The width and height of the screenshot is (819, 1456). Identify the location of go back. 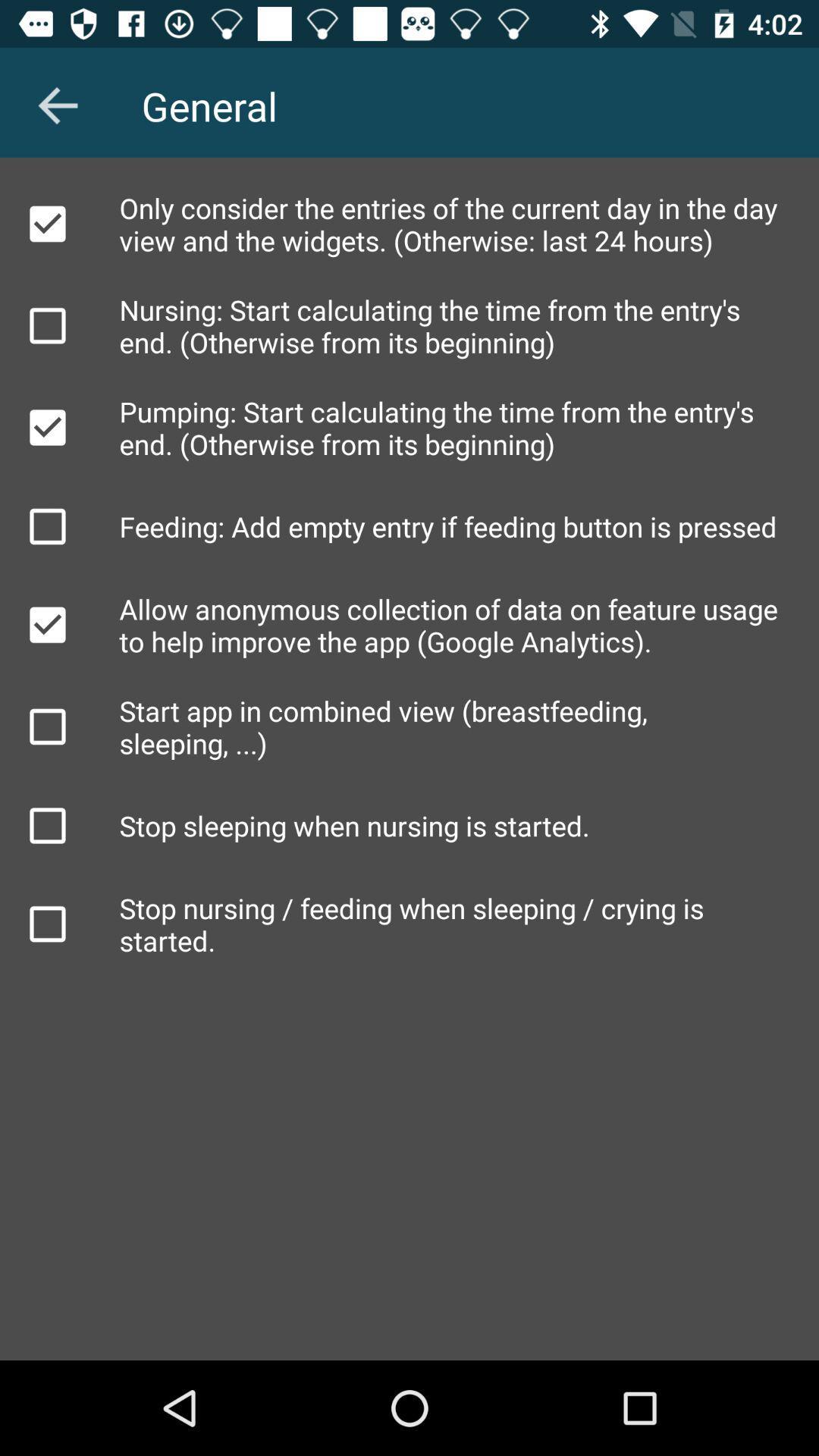
(57, 105).